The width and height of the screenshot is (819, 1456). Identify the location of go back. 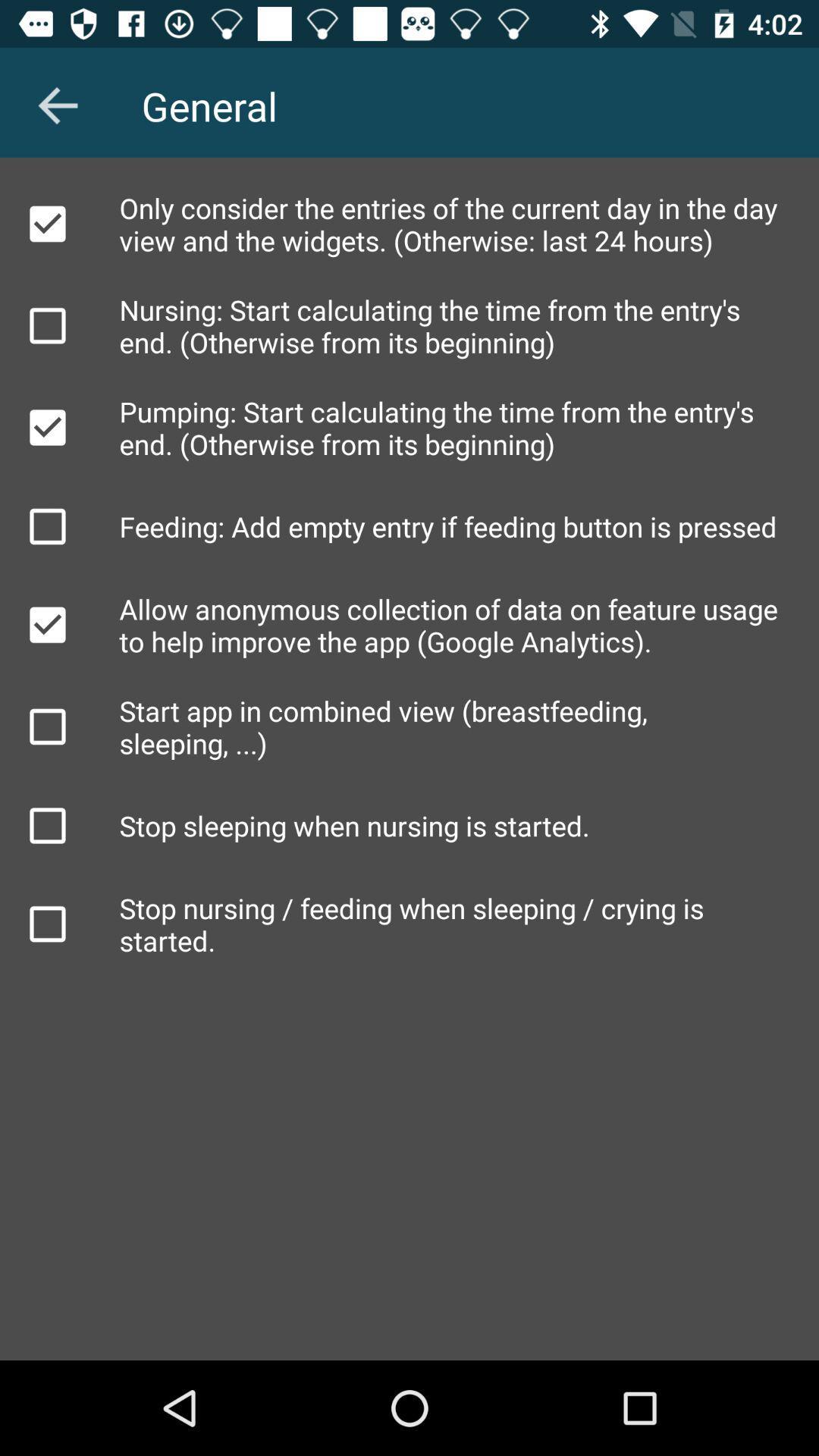
(57, 105).